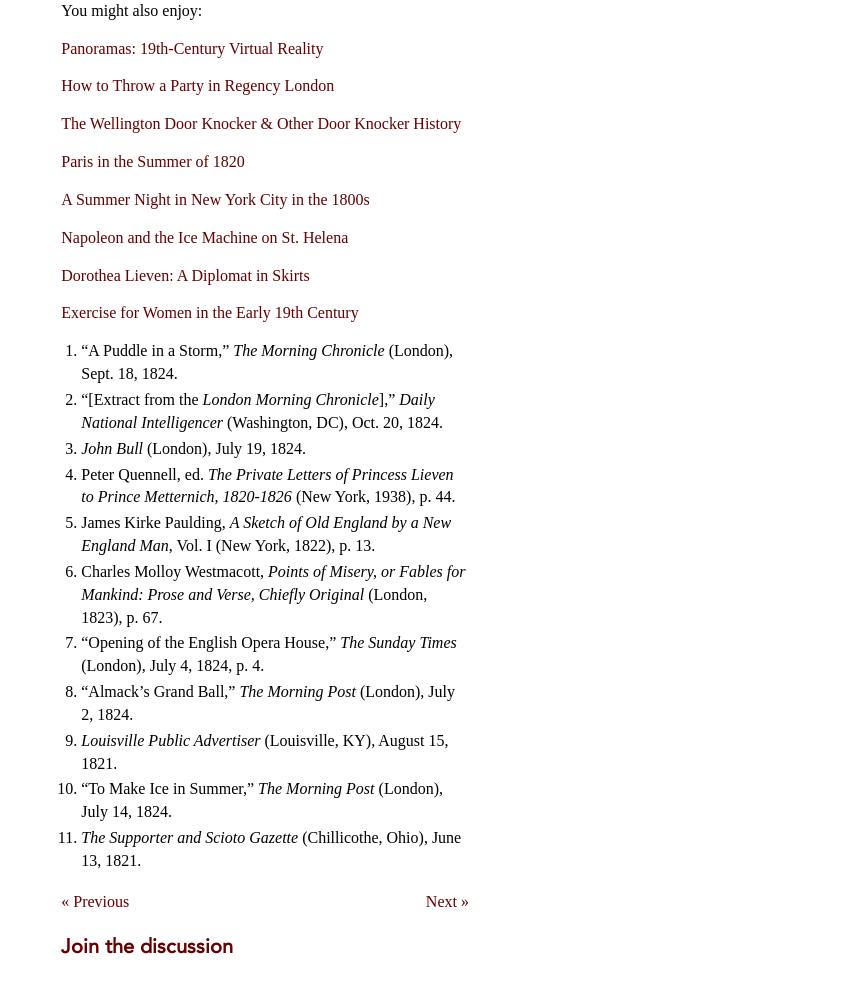 This screenshot has width=850, height=981. I want to click on '(London), July 14, 1824.', so click(260, 800).